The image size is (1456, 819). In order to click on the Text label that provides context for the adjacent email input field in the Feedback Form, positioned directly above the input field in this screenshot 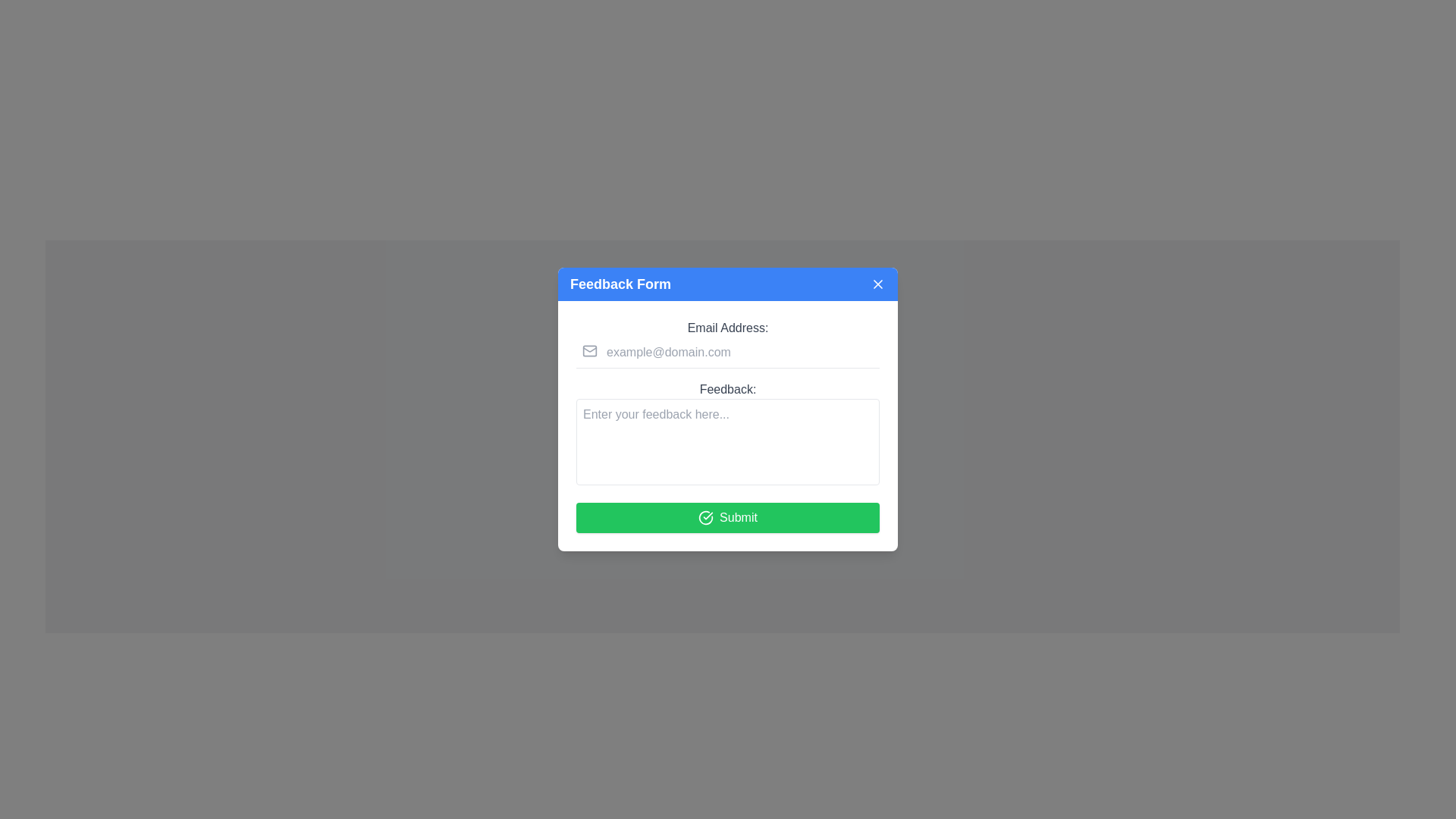, I will do `click(728, 327)`.